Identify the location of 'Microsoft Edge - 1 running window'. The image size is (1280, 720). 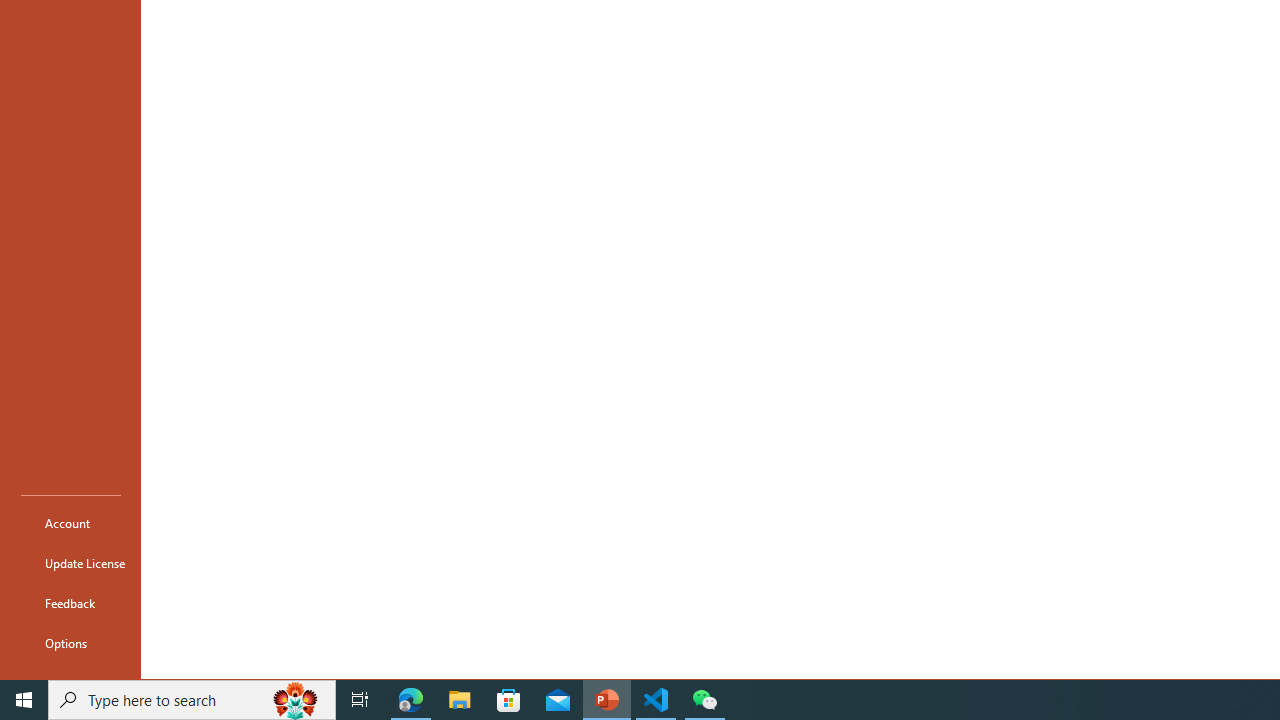
(410, 698).